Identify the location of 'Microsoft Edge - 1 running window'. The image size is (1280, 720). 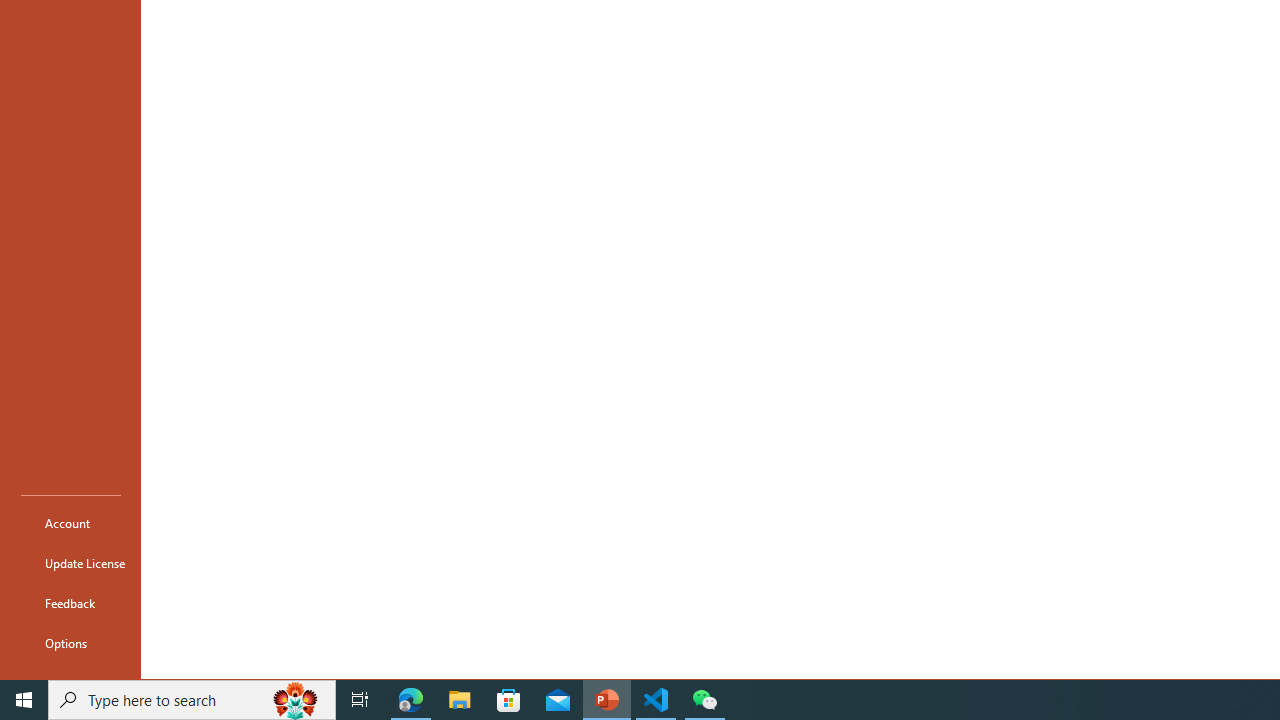
(410, 698).